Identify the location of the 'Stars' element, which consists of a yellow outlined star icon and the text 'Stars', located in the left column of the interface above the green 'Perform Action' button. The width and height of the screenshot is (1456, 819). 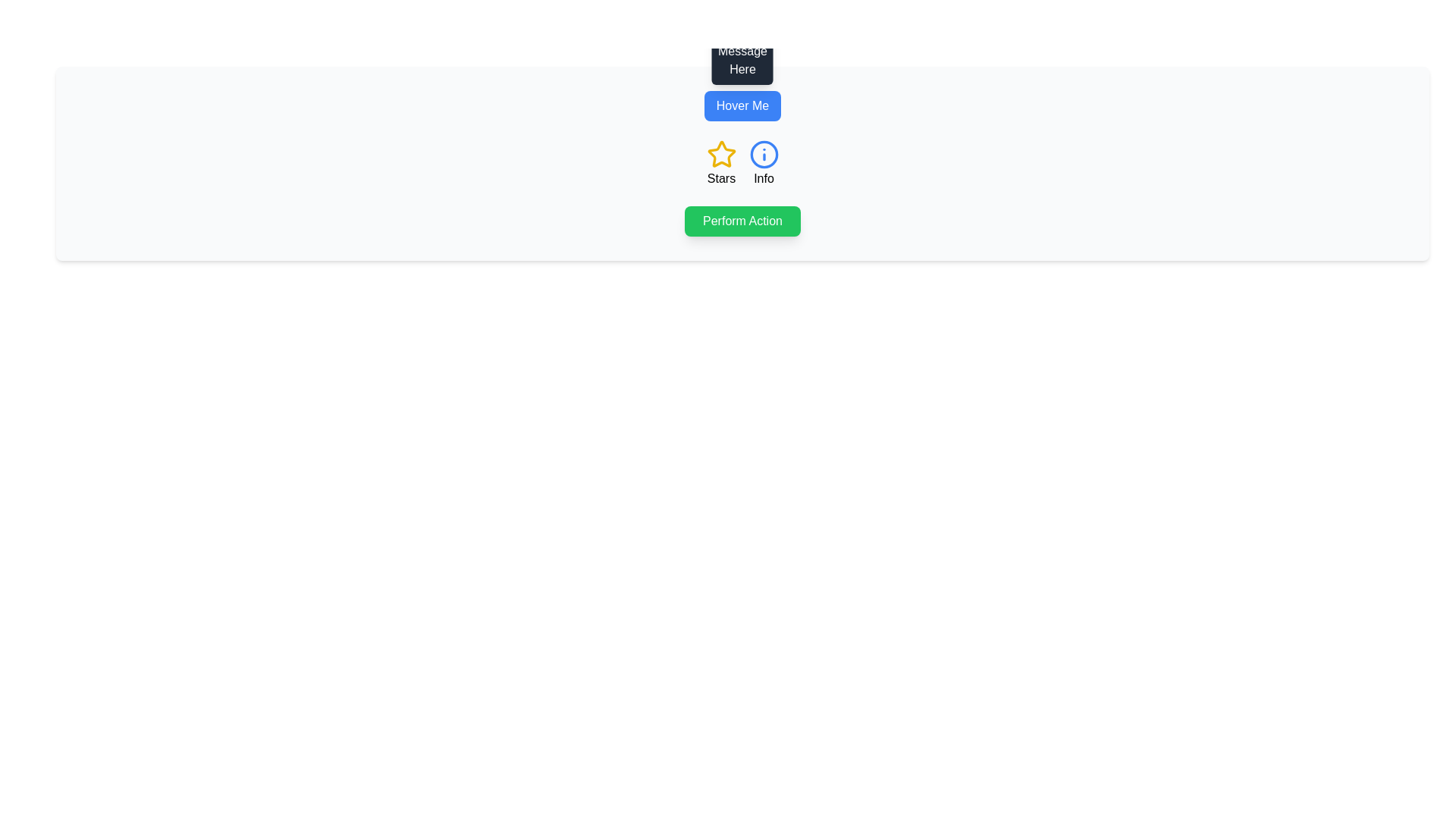
(720, 164).